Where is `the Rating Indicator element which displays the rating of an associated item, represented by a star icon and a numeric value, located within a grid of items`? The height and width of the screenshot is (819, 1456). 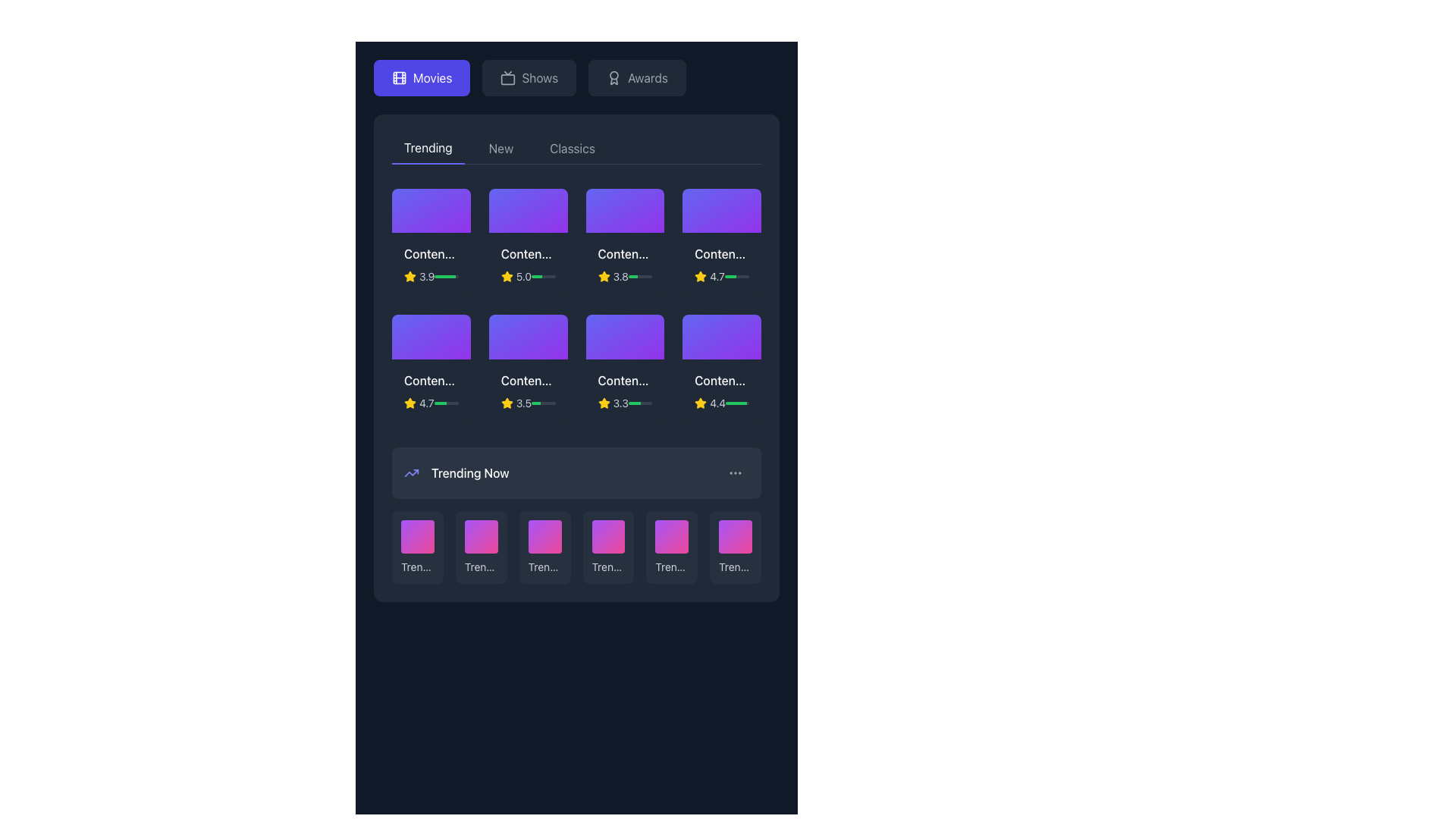 the Rating Indicator element which displays the rating of an associated item, represented by a star icon and a numeric value, located within a grid of items is located at coordinates (709, 402).